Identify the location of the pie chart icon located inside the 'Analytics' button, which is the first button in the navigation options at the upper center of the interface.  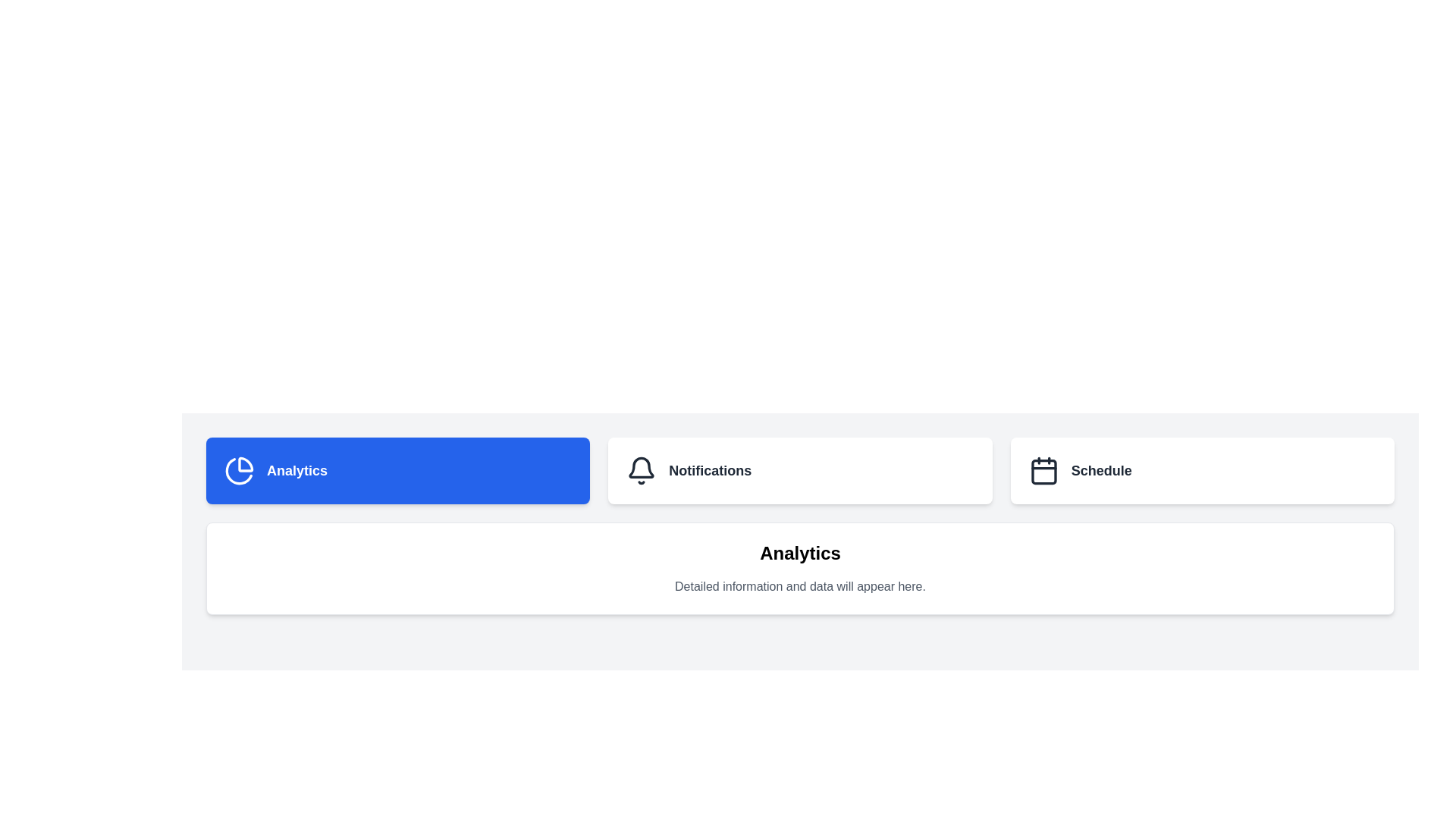
(239, 470).